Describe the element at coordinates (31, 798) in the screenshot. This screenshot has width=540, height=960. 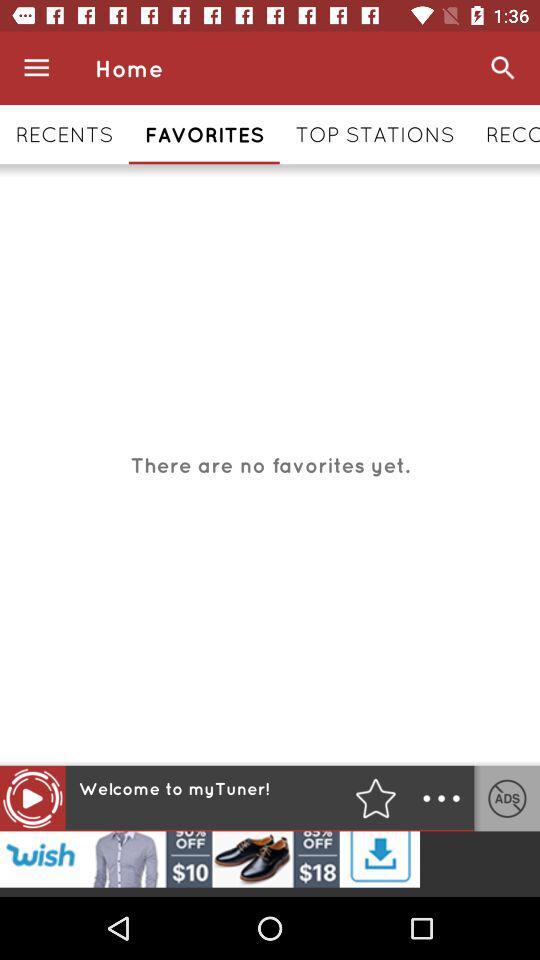
I see `the play icon` at that location.